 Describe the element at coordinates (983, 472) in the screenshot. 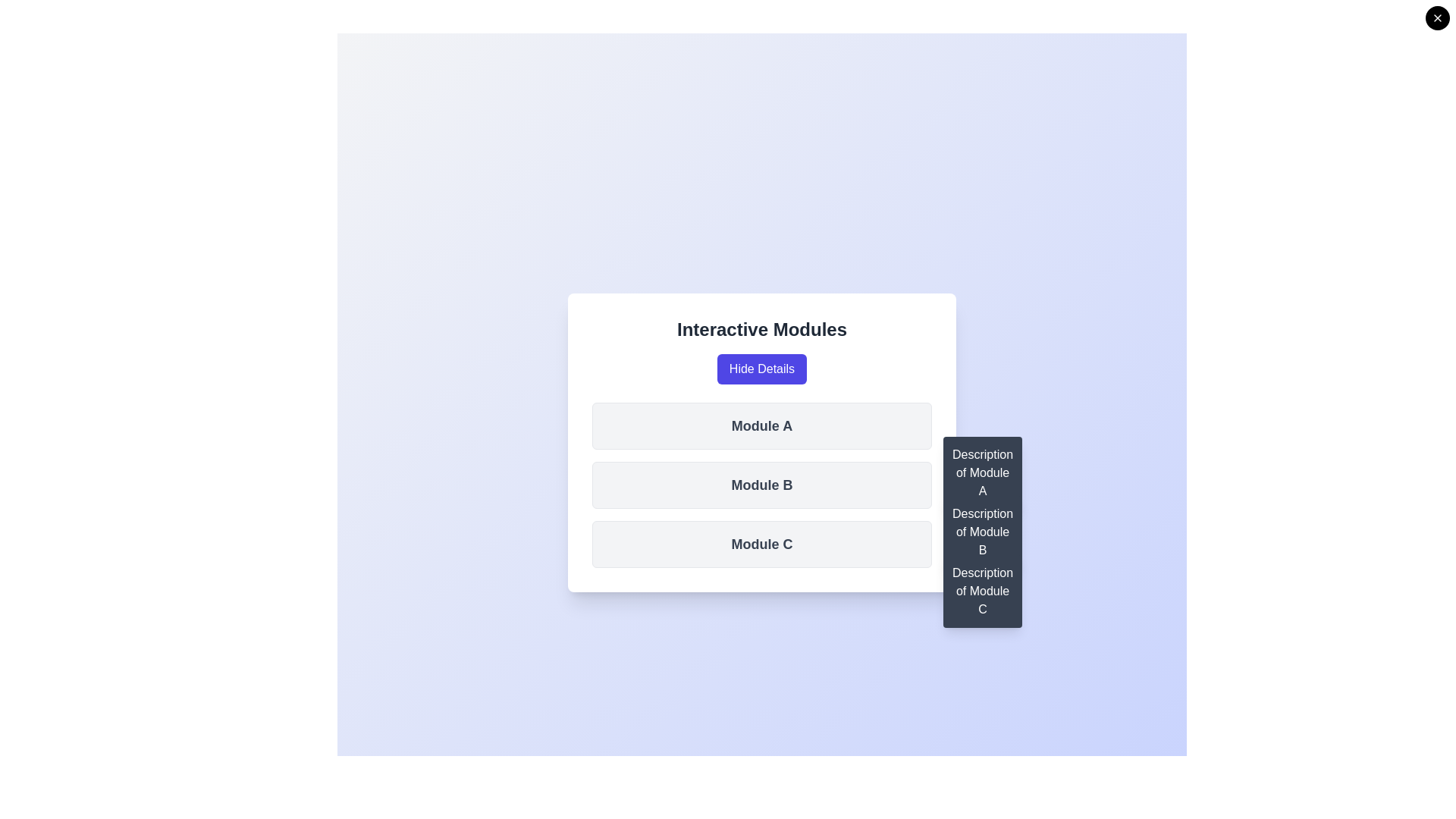

I see `the Tooltip or informational panel that displays additional information related to 'Module A', which is the first item in a vertical stack of descriptions located to the immediate right of the 'Module A' section` at that location.